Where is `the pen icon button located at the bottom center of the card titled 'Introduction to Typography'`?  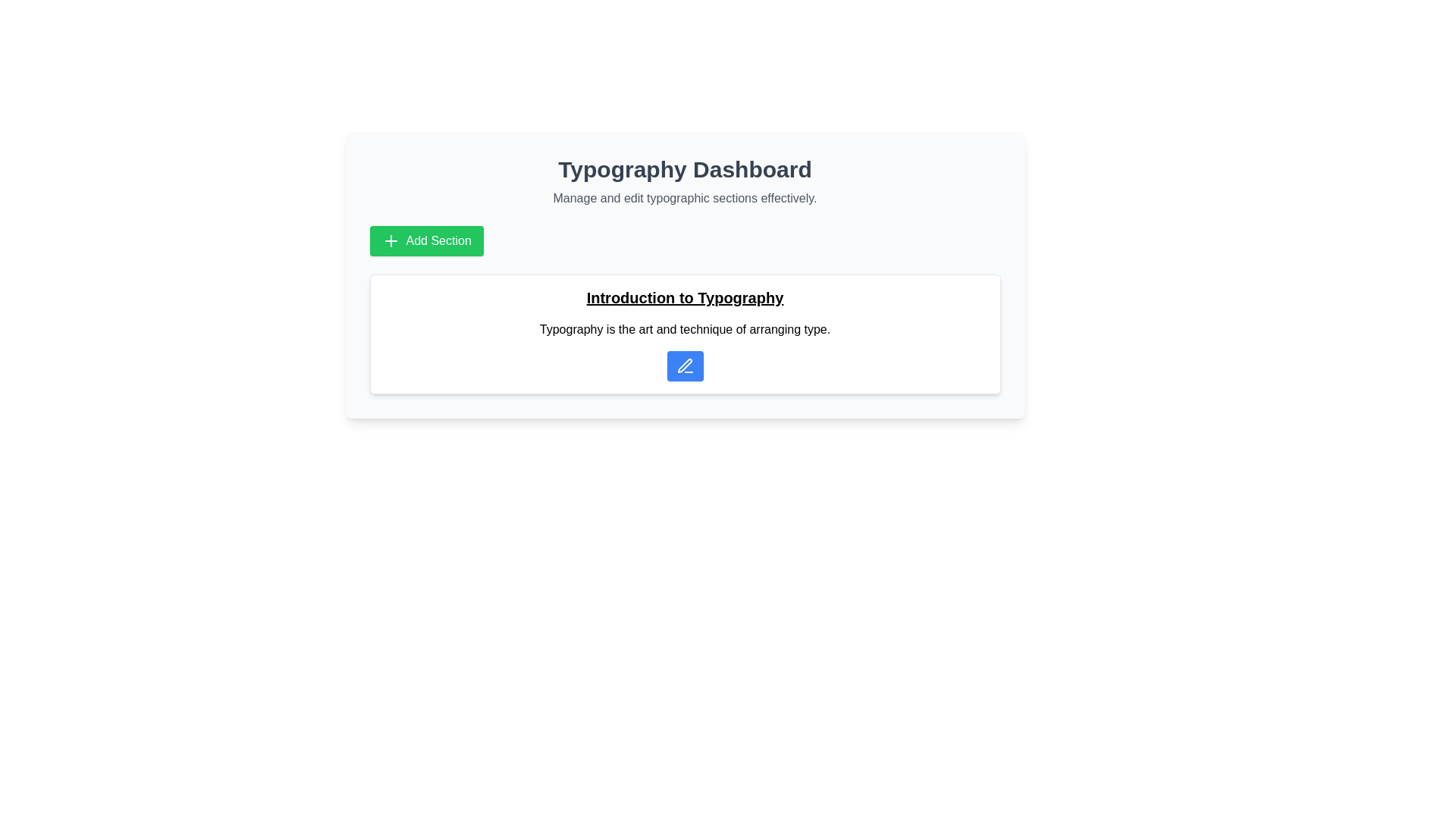 the pen icon button located at the bottom center of the card titled 'Introduction to Typography' is located at coordinates (684, 366).